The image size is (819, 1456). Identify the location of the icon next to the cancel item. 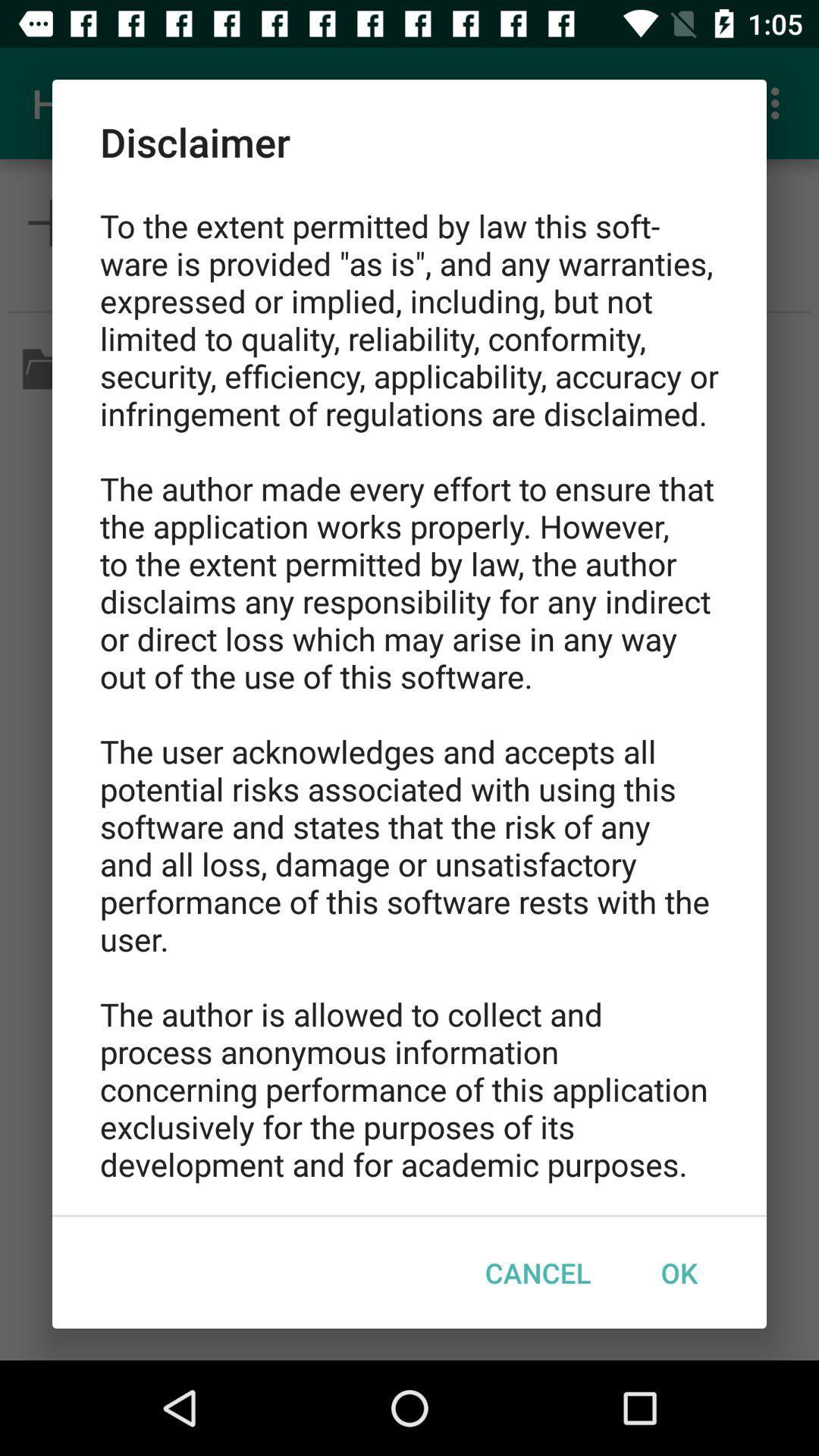
(678, 1272).